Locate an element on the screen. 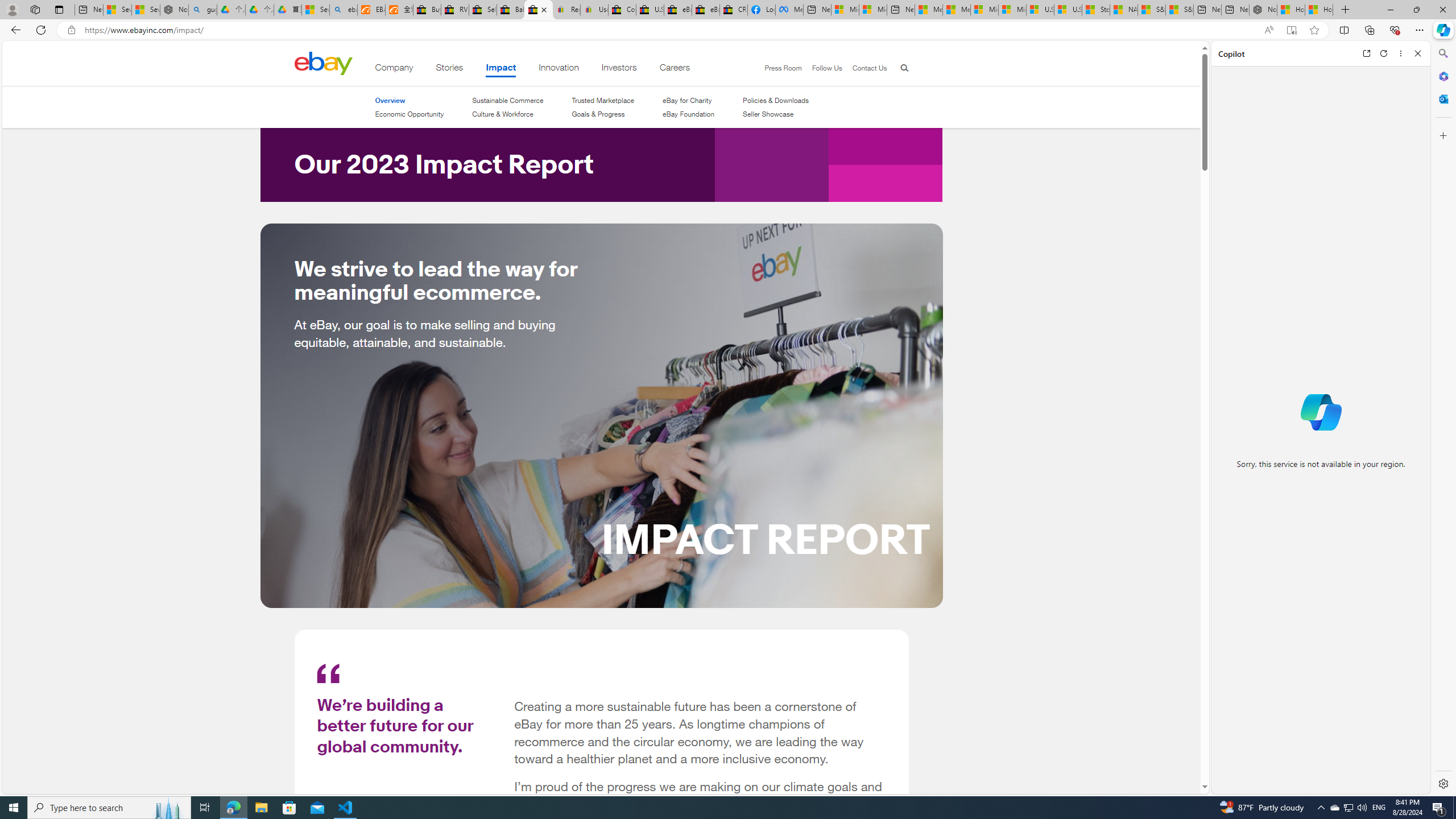 The height and width of the screenshot is (819, 1456). 'eBay Inc. Reports Third Quarter 2023 Results' is located at coordinates (705, 9).